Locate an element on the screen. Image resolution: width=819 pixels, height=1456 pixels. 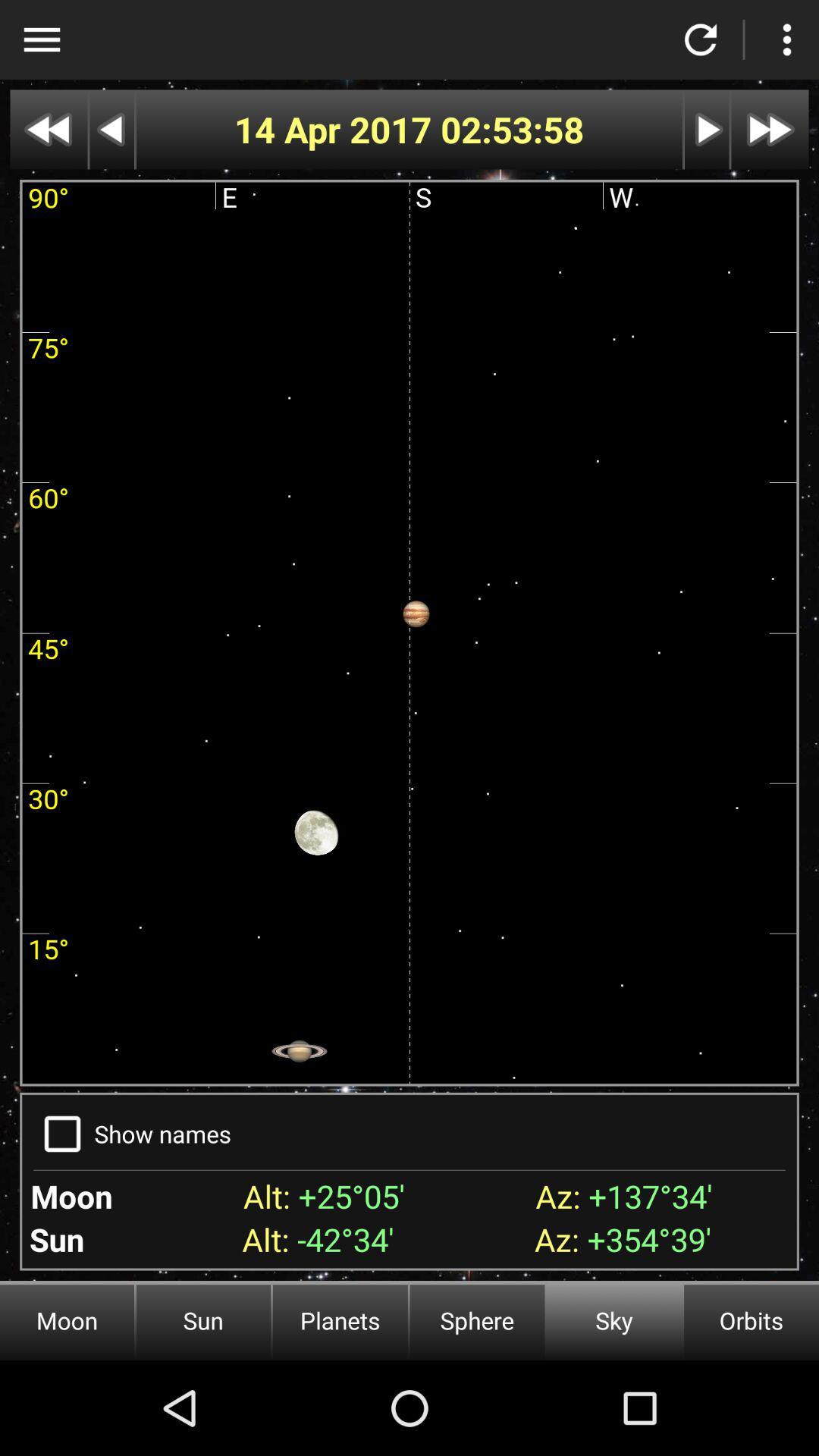
the item to the right of 14 apr 2017  icon is located at coordinates (512, 130).